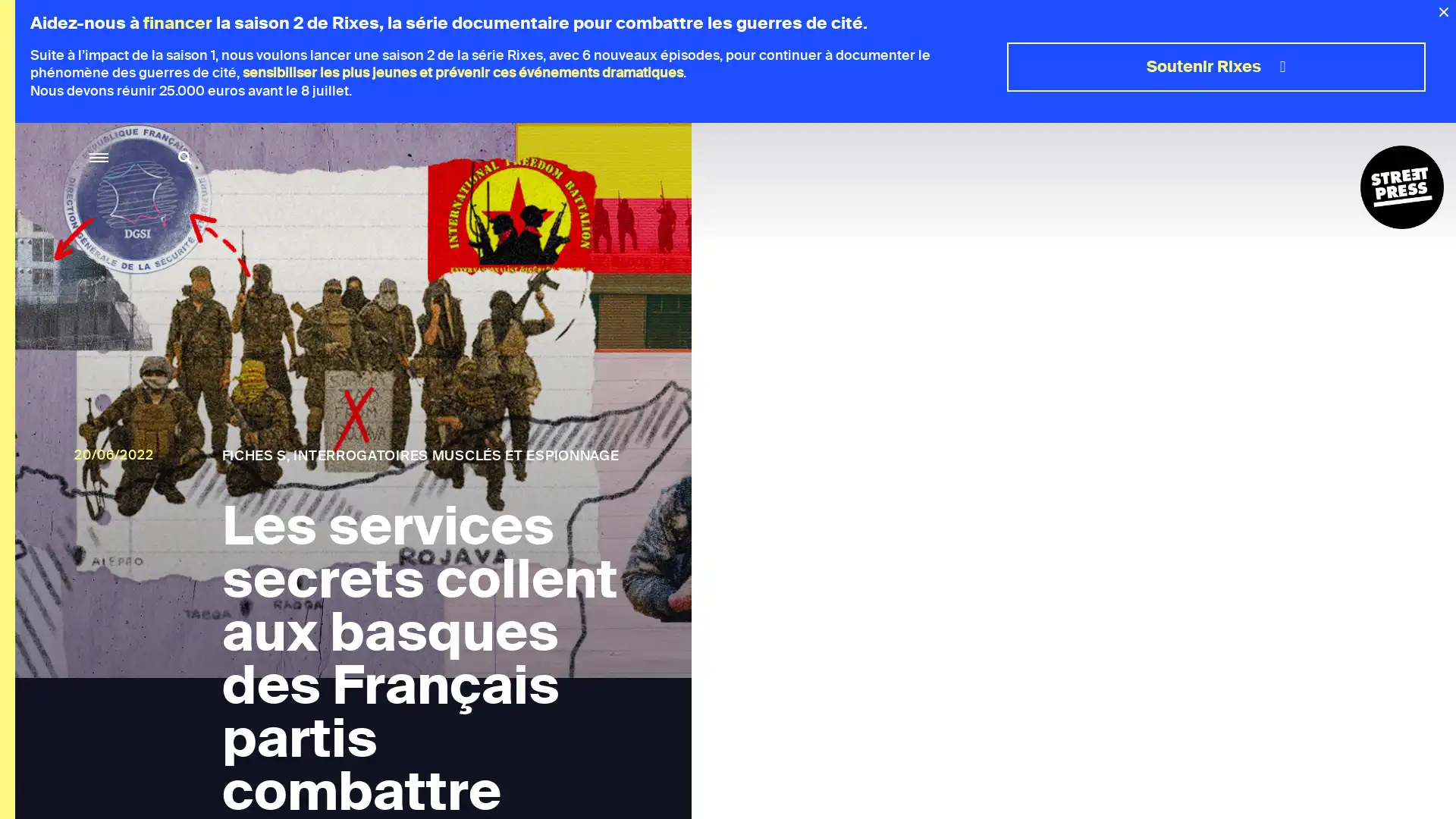 The width and height of the screenshot is (1456, 819). Describe the element at coordinates (98, 158) in the screenshot. I see `menu` at that location.